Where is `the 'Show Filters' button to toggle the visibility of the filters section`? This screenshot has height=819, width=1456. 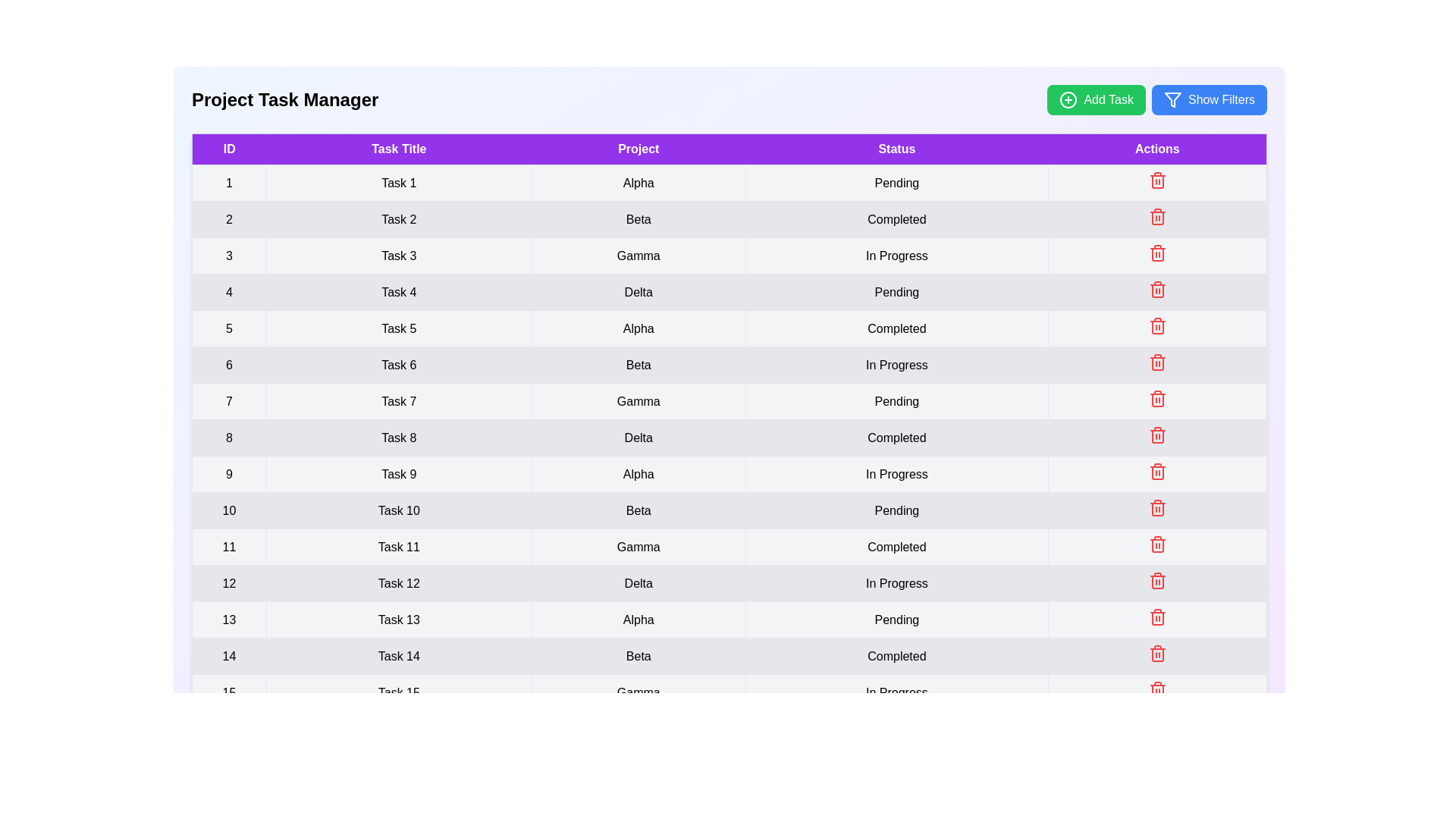
the 'Show Filters' button to toggle the visibility of the filters section is located at coordinates (1208, 99).